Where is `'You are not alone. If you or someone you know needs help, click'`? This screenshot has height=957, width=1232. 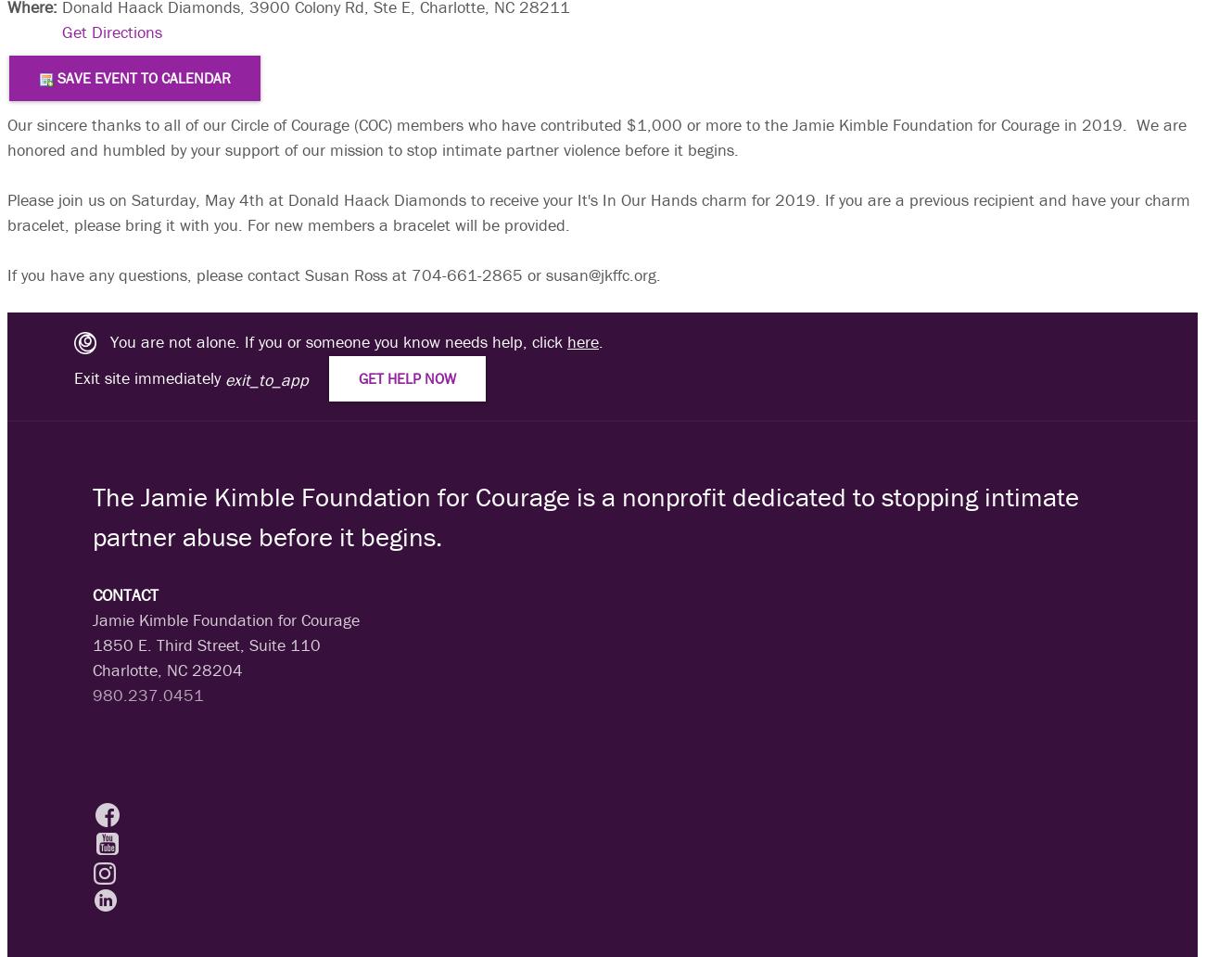 'You are not alone. If you or someone you know needs help, click' is located at coordinates (331, 340).